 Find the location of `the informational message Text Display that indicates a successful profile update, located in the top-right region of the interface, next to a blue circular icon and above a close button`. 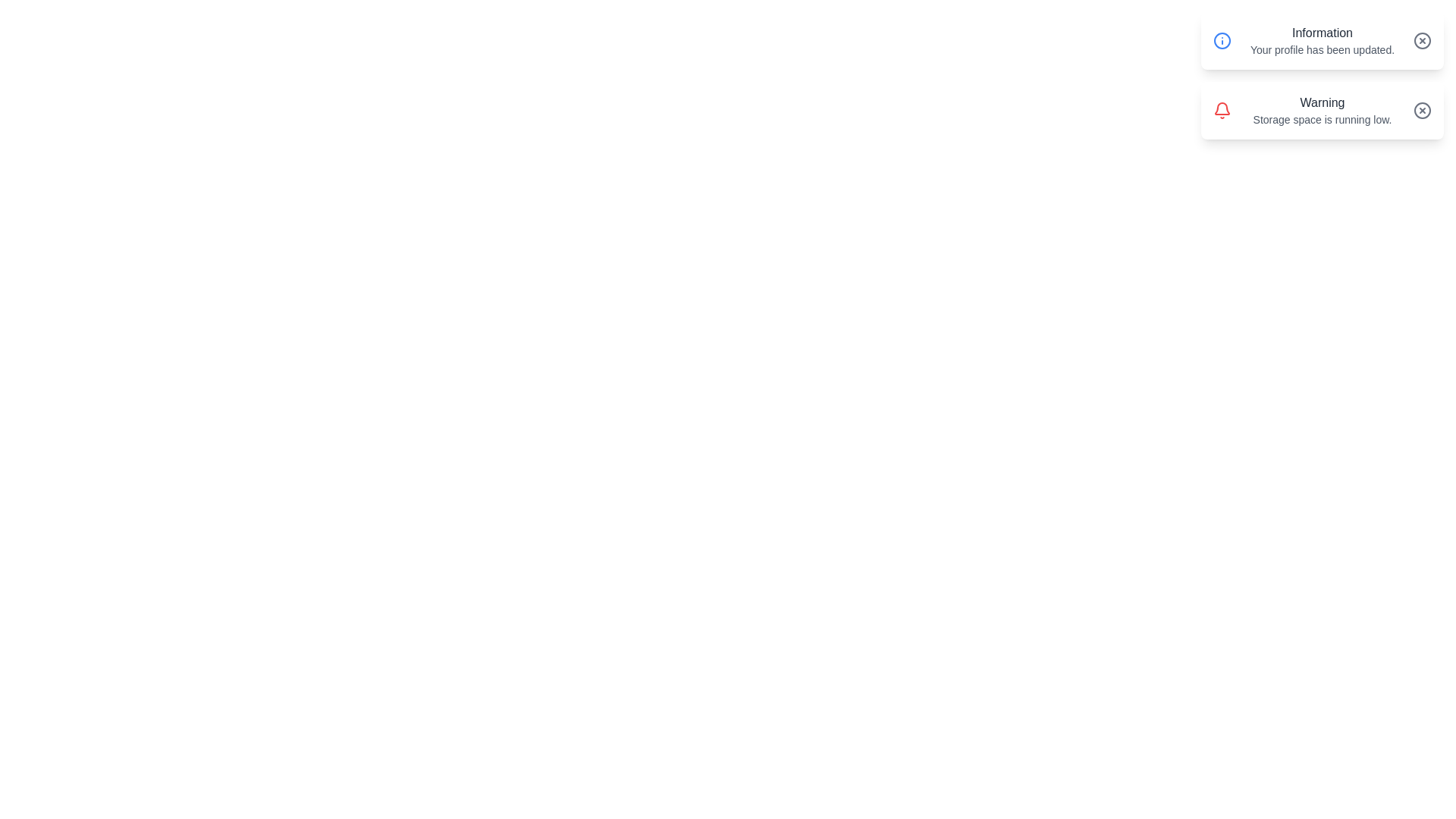

the informational message Text Display that indicates a successful profile update, located in the top-right region of the interface, next to a blue circular icon and above a close button is located at coordinates (1321, 40).